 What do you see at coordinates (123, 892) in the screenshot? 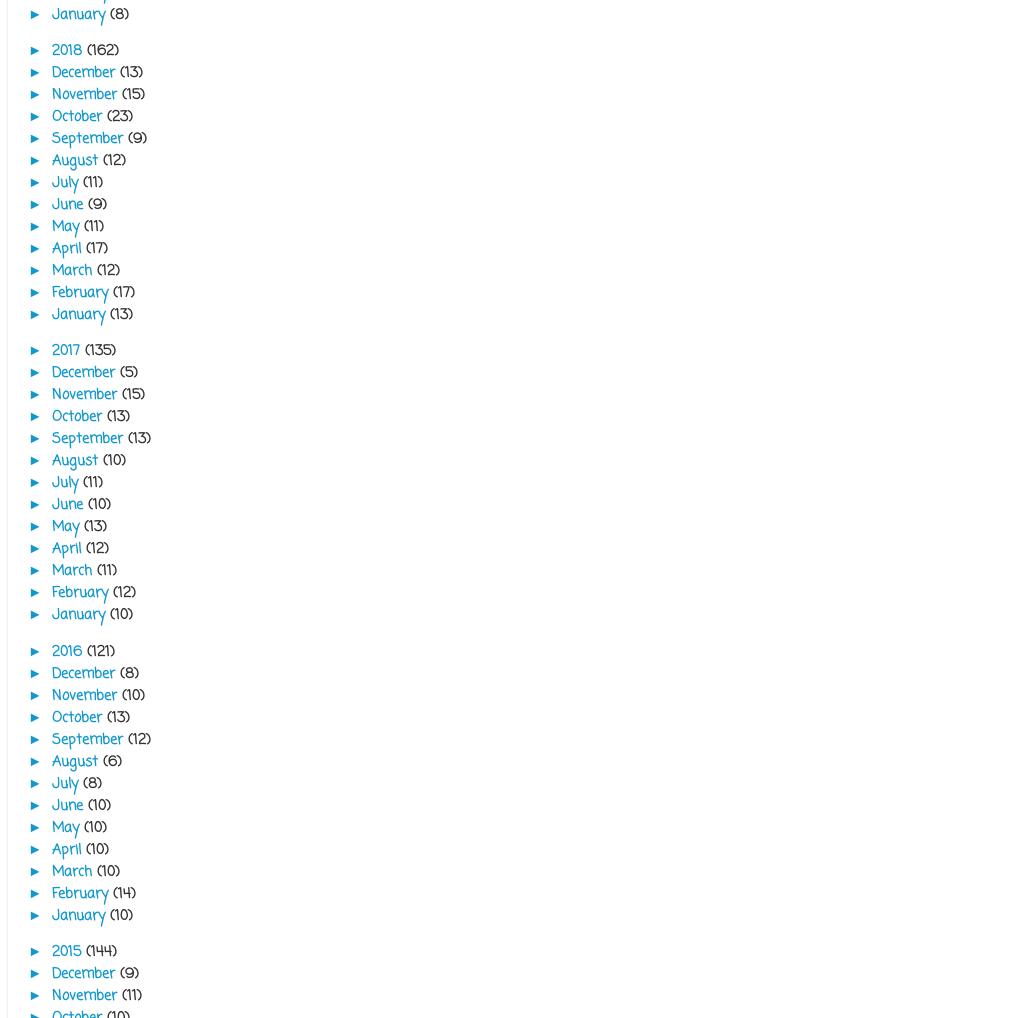
I see `'(14)'` at bounding box center [123, 892].